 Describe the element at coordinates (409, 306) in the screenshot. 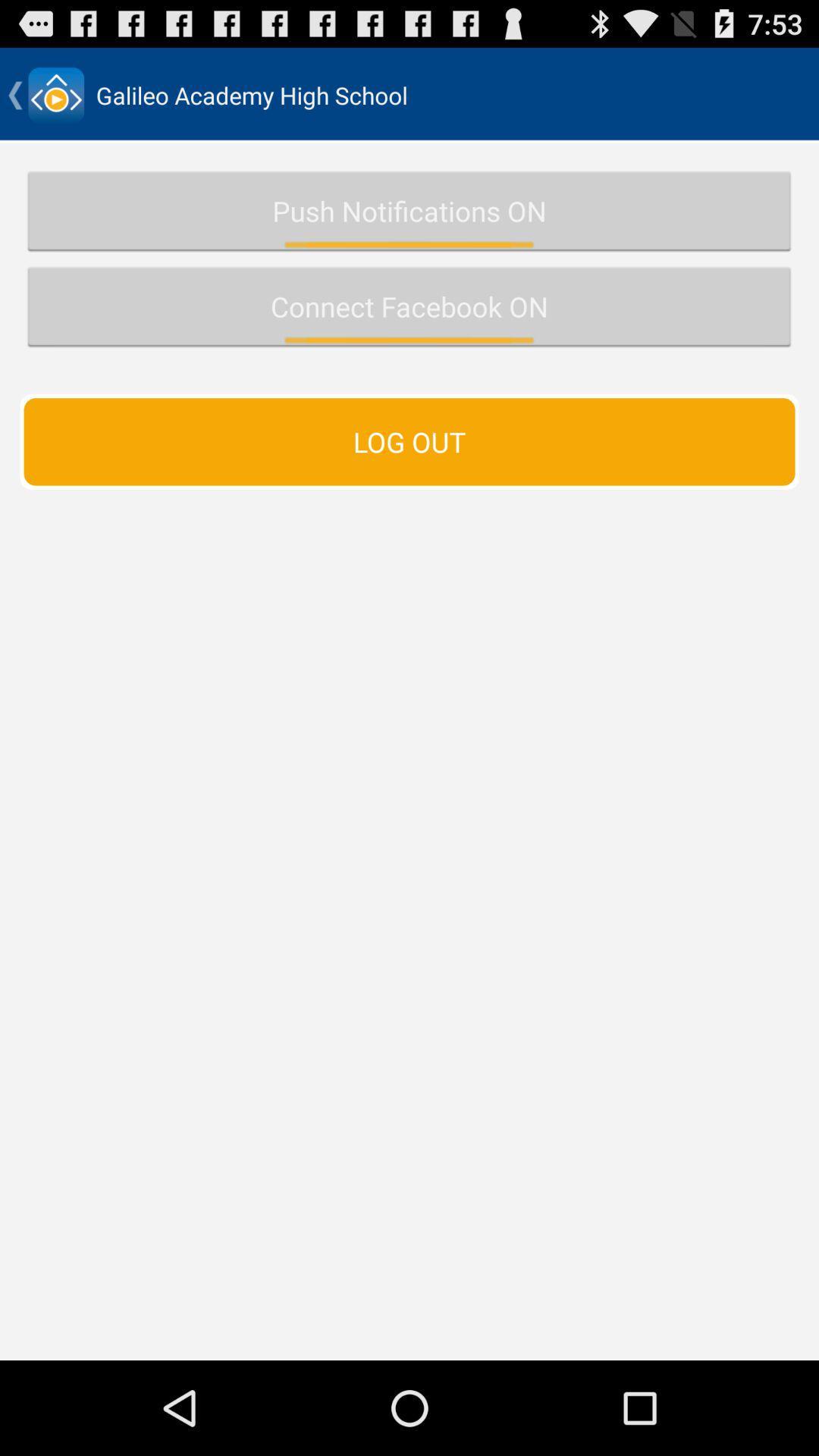

I see `the connect facebook on icon` at that location.